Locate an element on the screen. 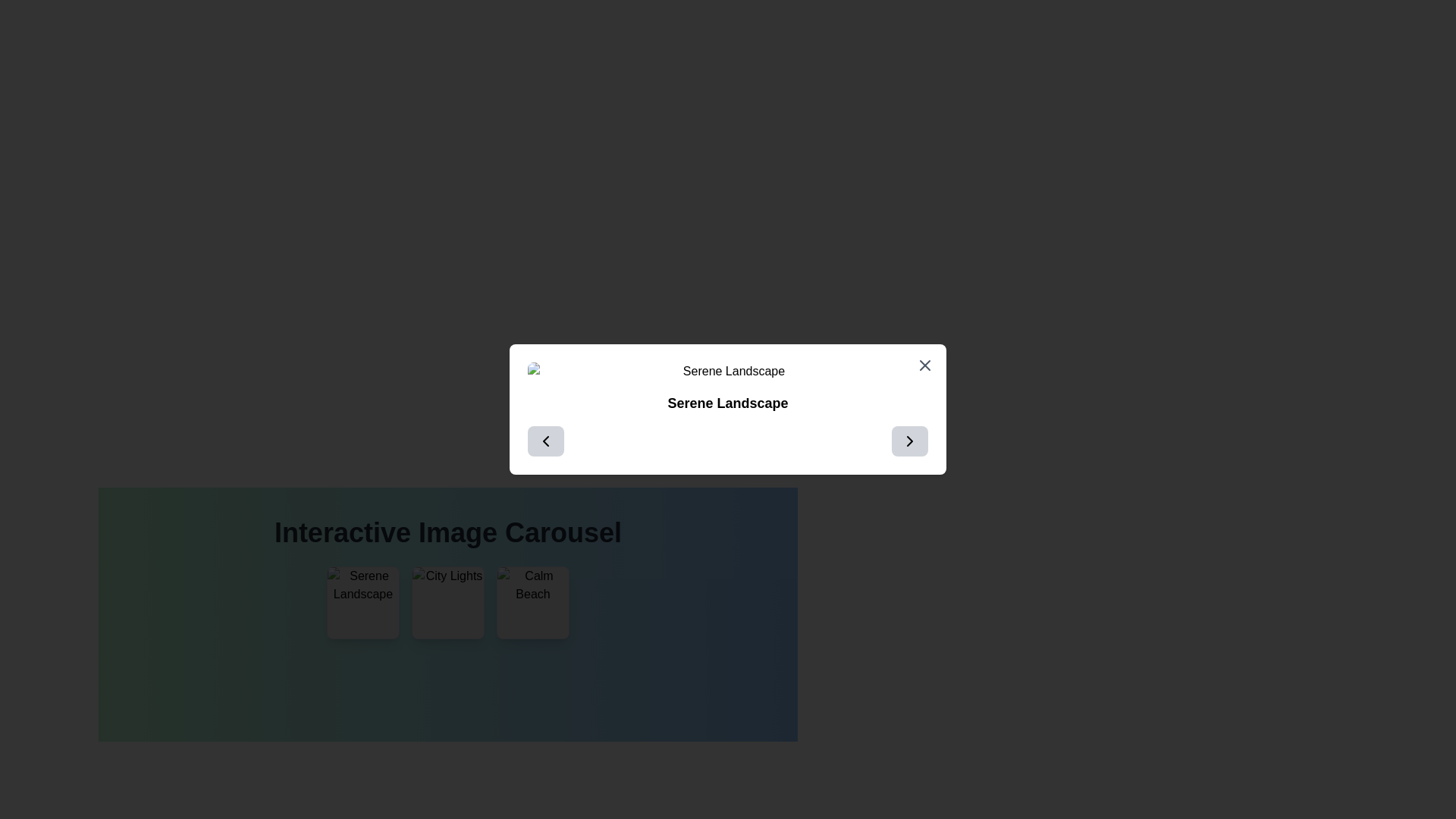 The width and height of the screenshot is (1456, 819). the second image in the carousel to interact with it and view more details is located at coordinates (447, 601).